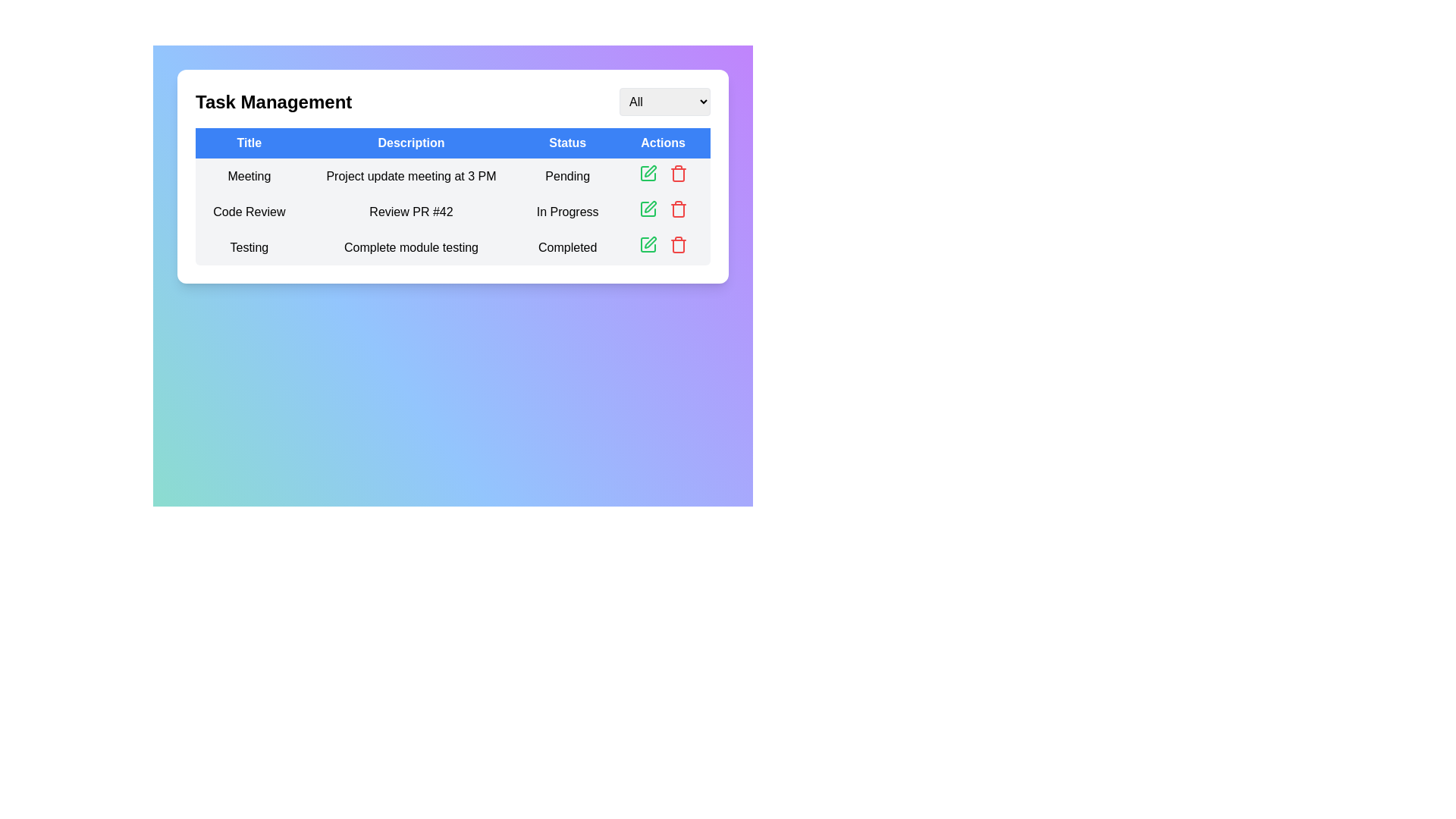  What do you see at coordinates (648, 209) in the screenshot?
I see `the green pen icon button in the 'Actions' column of the second row` at bounding box center [648, 209].